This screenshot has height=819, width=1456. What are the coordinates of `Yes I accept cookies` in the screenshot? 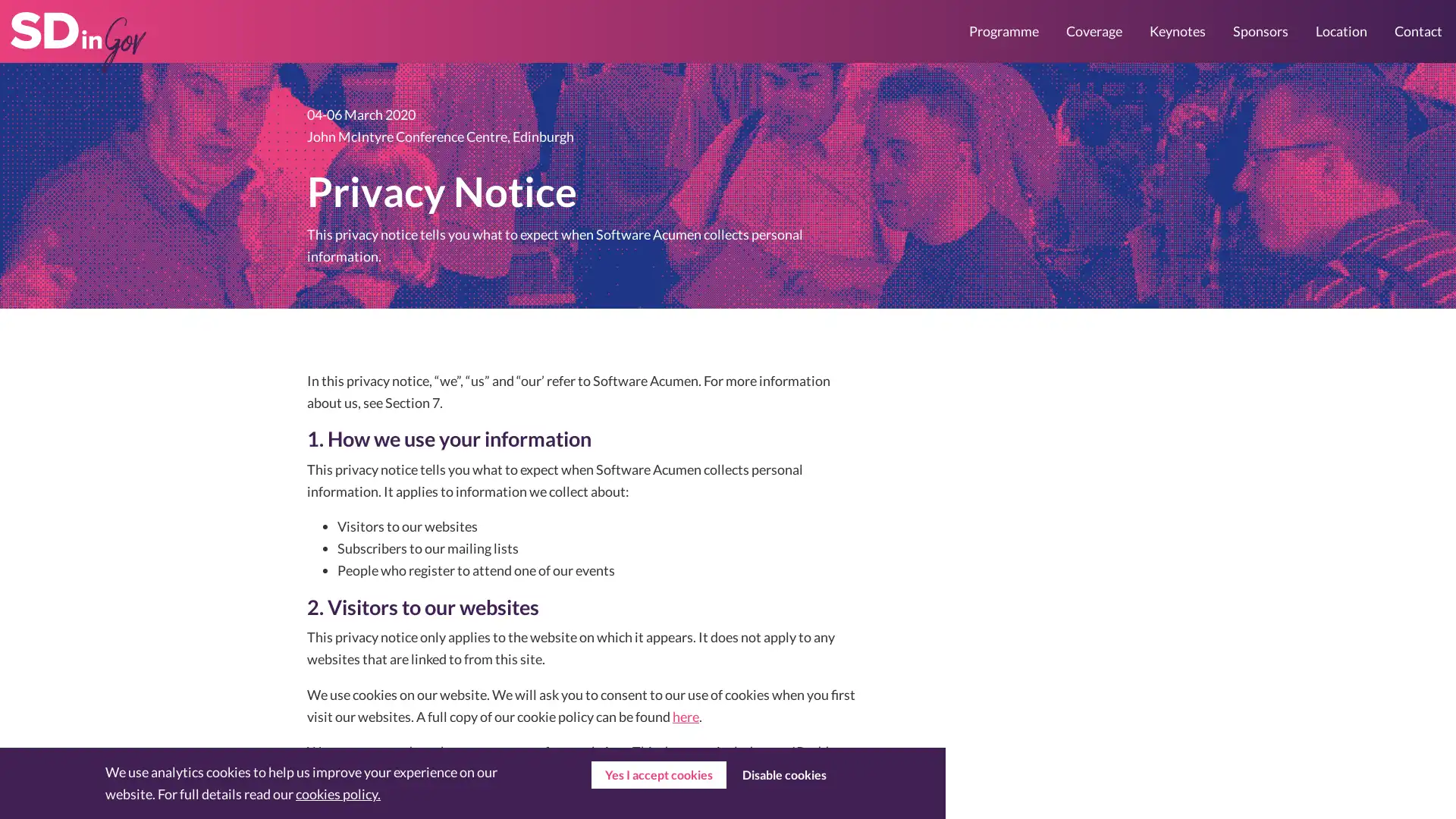 It's located at (658, 775).